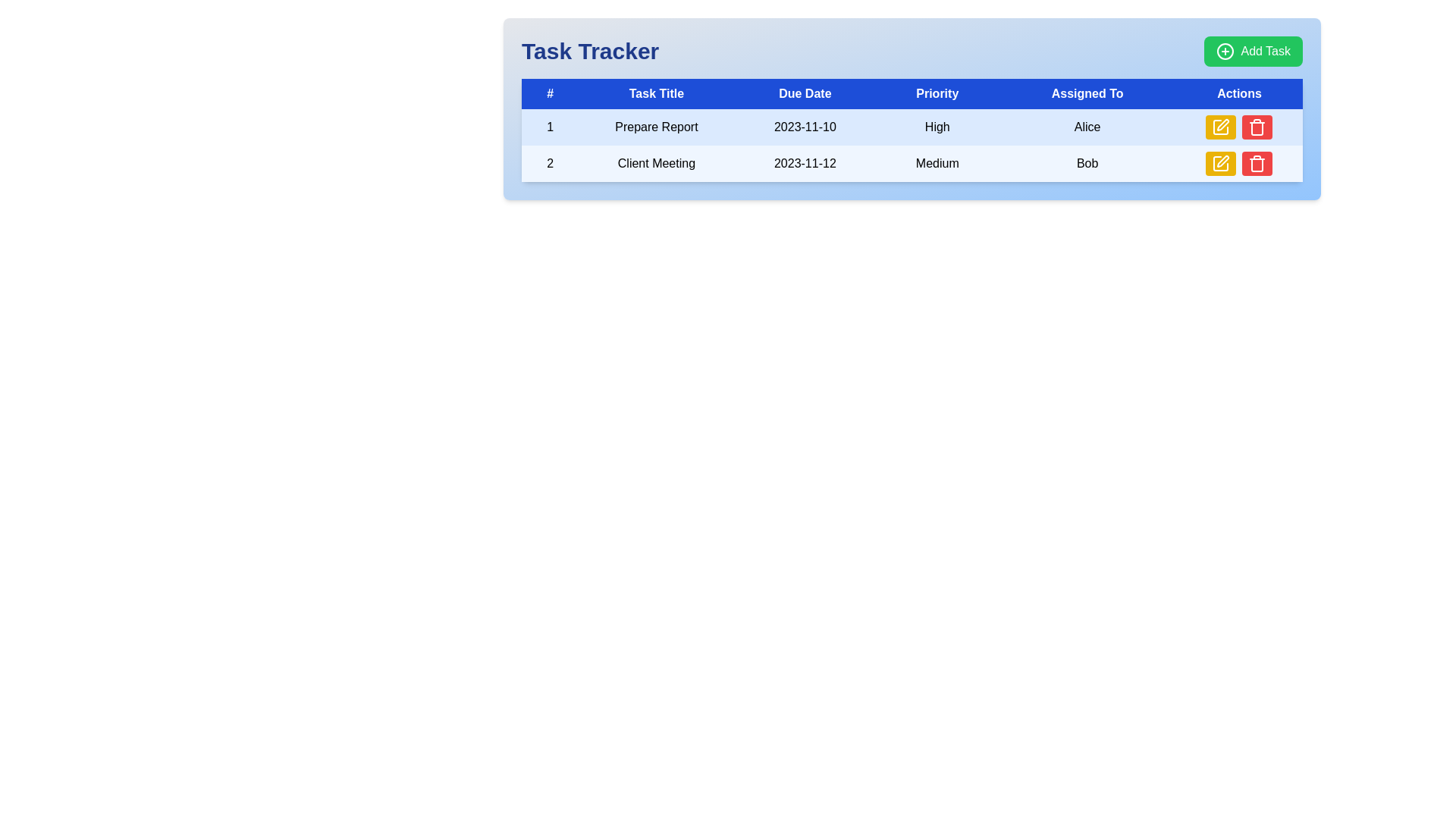 The height and width of the screenshot is (819, 1456). What do you see at coordinates (1225, 51) in the screenshot?
I see `the green circular SVG element with a plus symbol in the center, located to the left of the 'Add Task' button` at bounding box center [1225, 51].